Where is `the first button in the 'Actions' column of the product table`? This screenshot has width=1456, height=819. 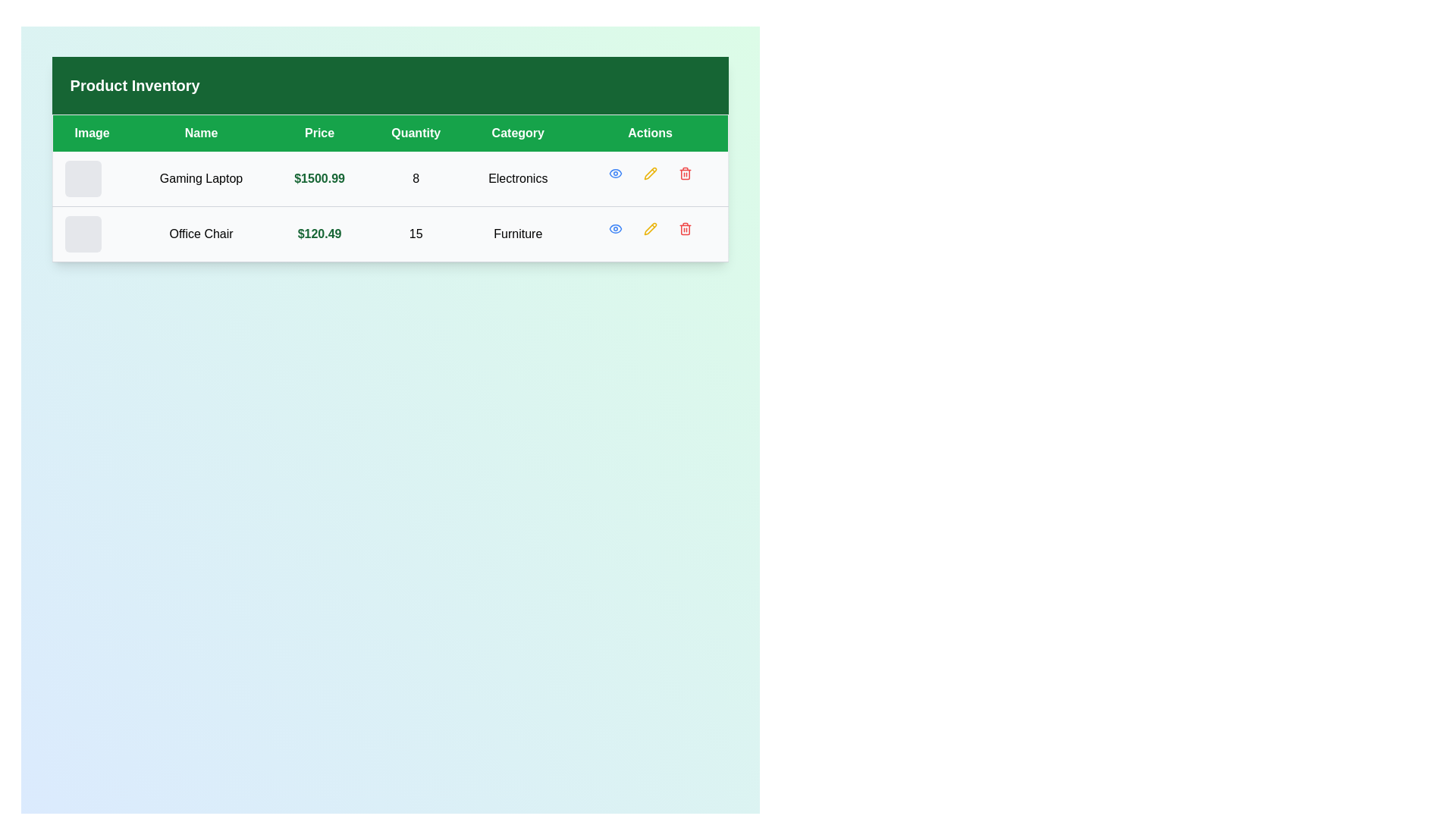 the first button in the 'Actions' column of the product table is located at coordinates (615, 228).